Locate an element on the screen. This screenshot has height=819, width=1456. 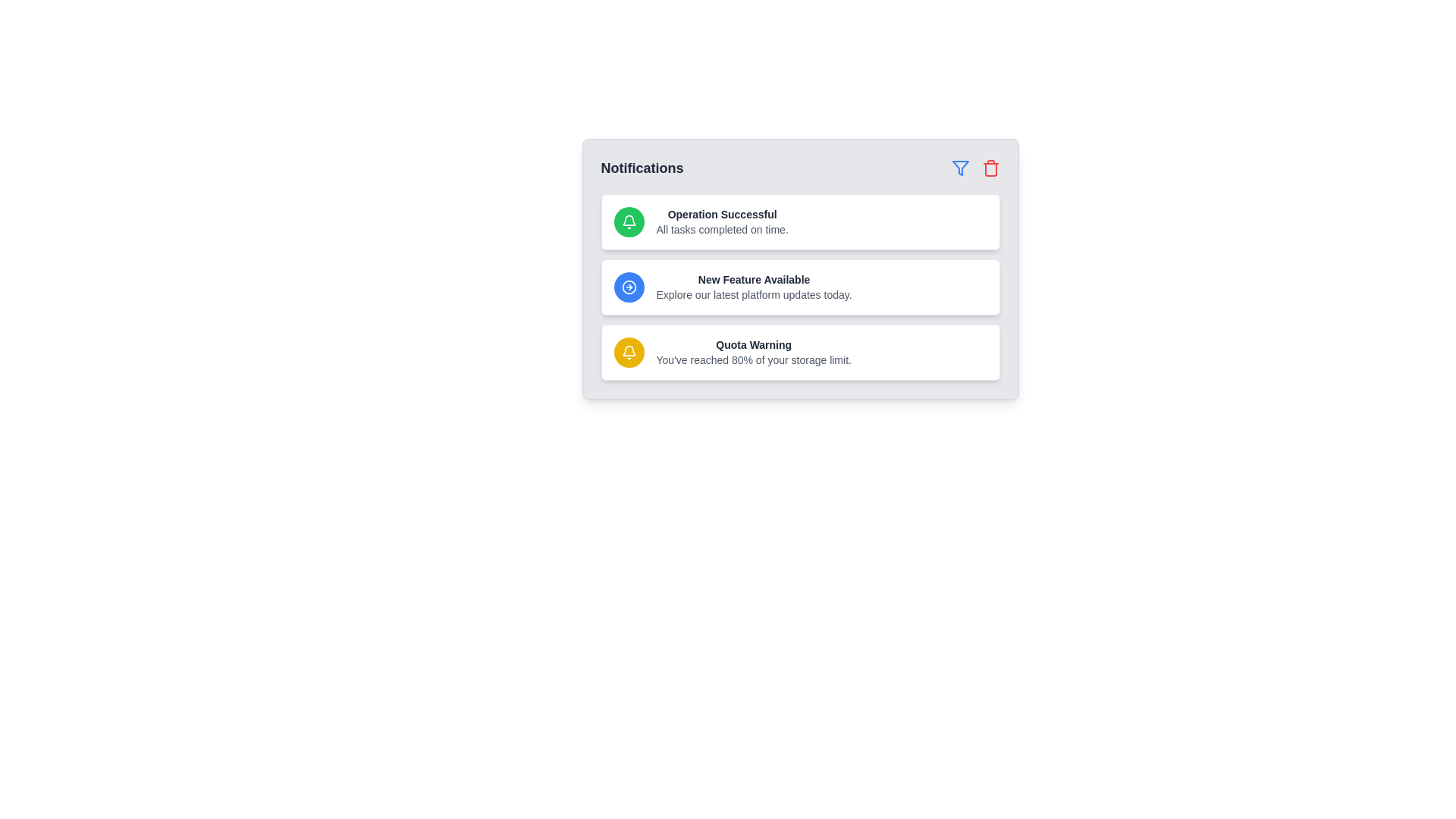
the bell-shaped notification icon with a green background, located in the notification card at the bottom of the notifications list is located at coordinates (629, 222).